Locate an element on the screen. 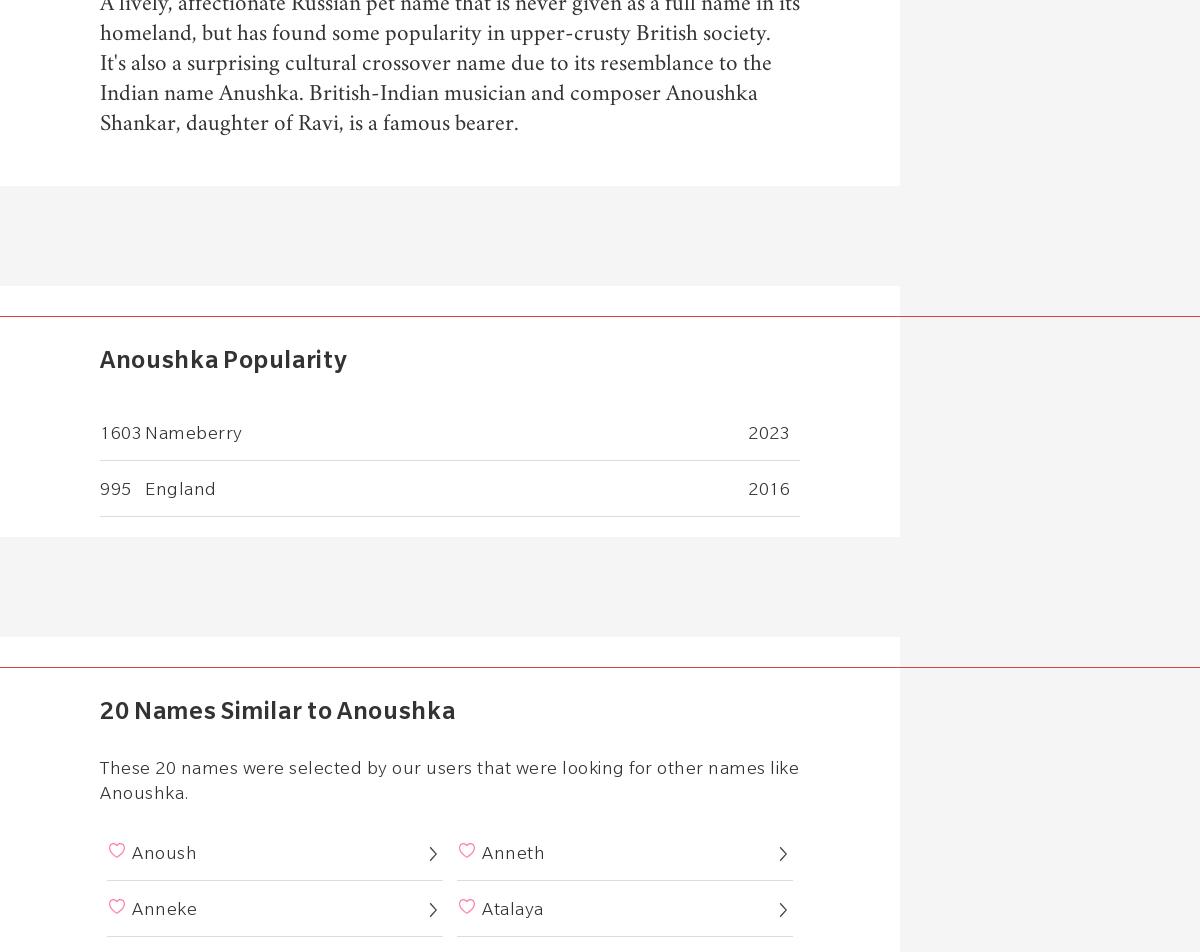  'names were selected by our users that were looking for other names like' is located at coordinates (486, 767).